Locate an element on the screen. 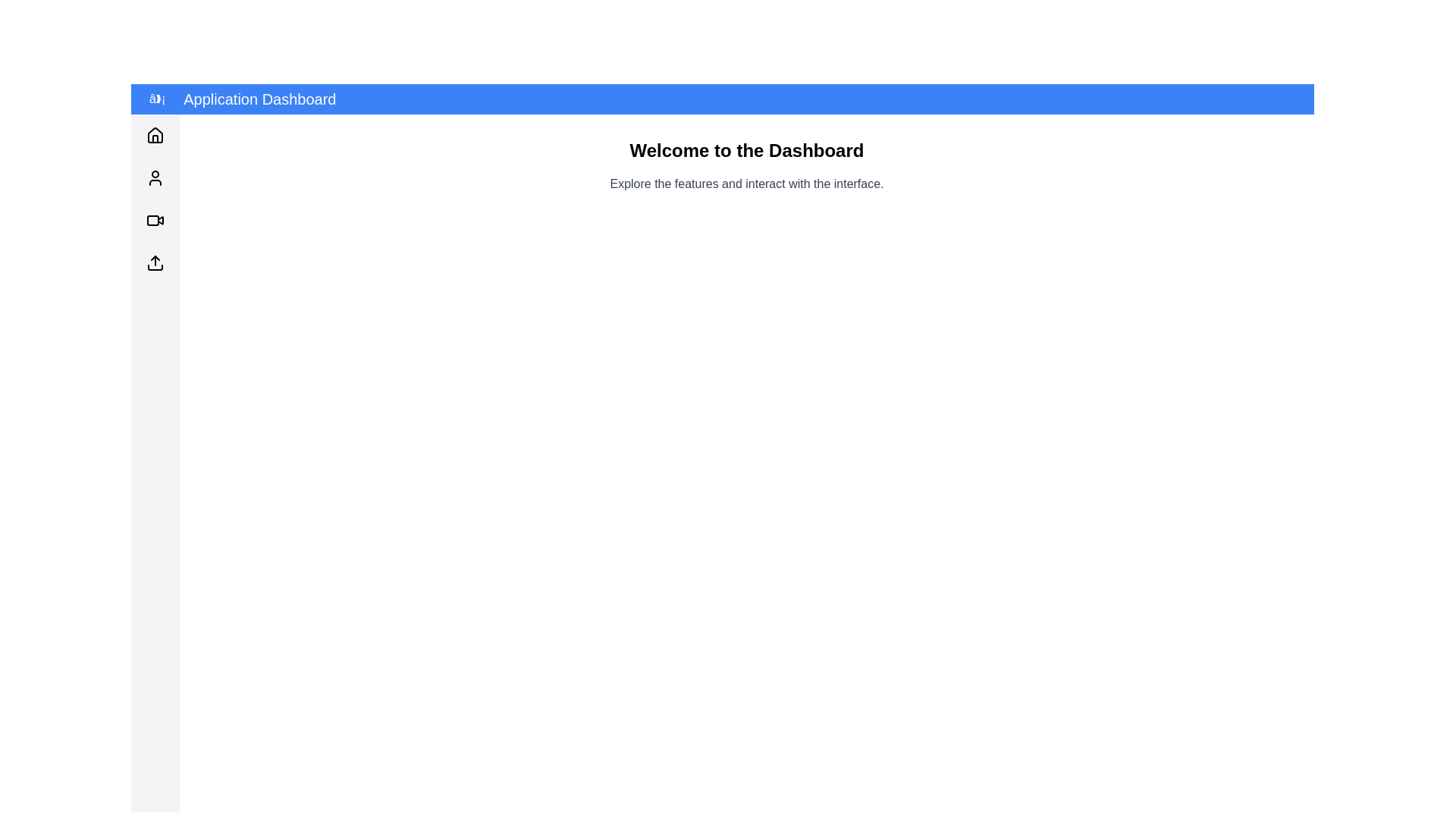 The height and width of the screenshot is (819, 1456). the upload icon button located on the vertical navigation bar, which is the fourth interactive item is located at coordinates (155, 262).